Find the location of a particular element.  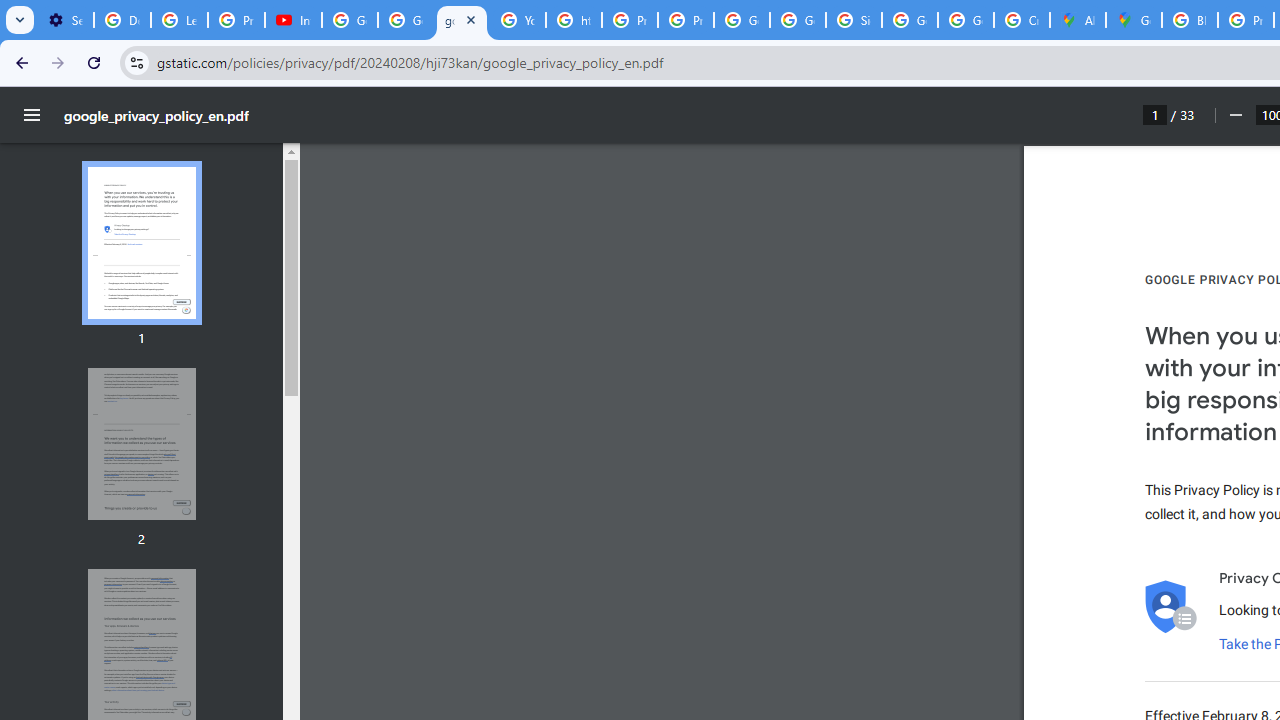

'Page number' is located at coordinates (1155, 114).